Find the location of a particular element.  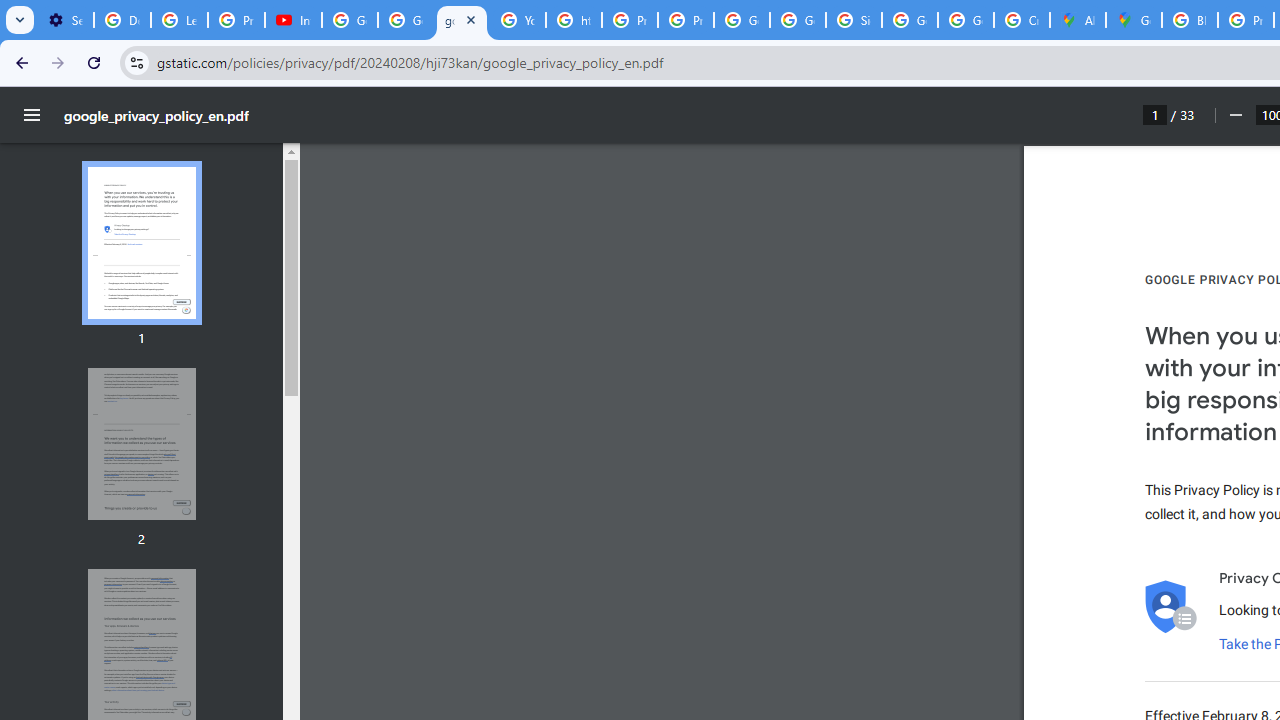

'Page number' is located at coordinates (1155, 114).